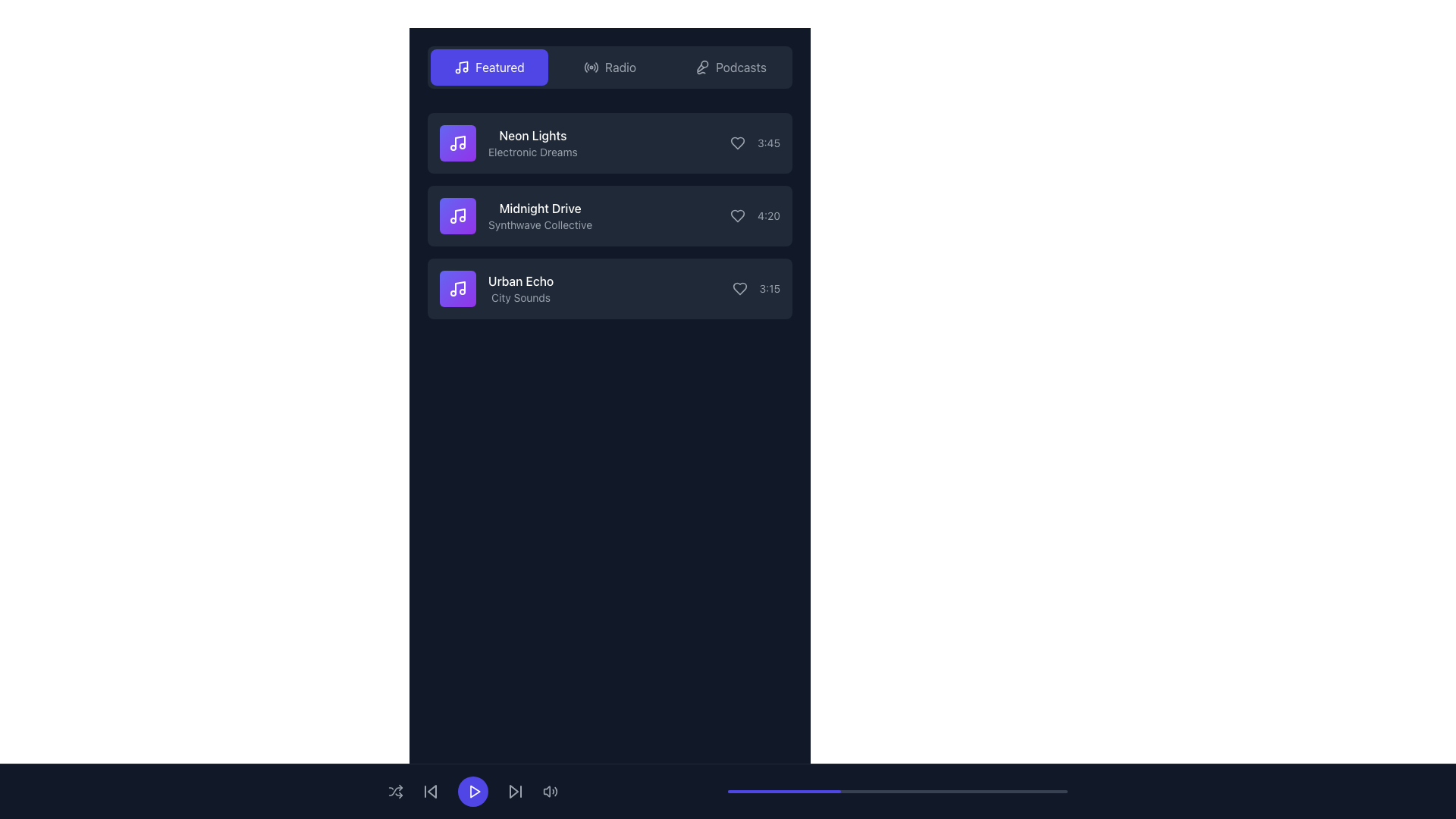 The width and height of the screenshot is (1456, 819). What do you see at coordinates (489, 66) in the screenshot?
I see `the 'Featured' button, which is the leftmost button in a horizontal list at the top-left of the panel` at bounding box center [489, 66].